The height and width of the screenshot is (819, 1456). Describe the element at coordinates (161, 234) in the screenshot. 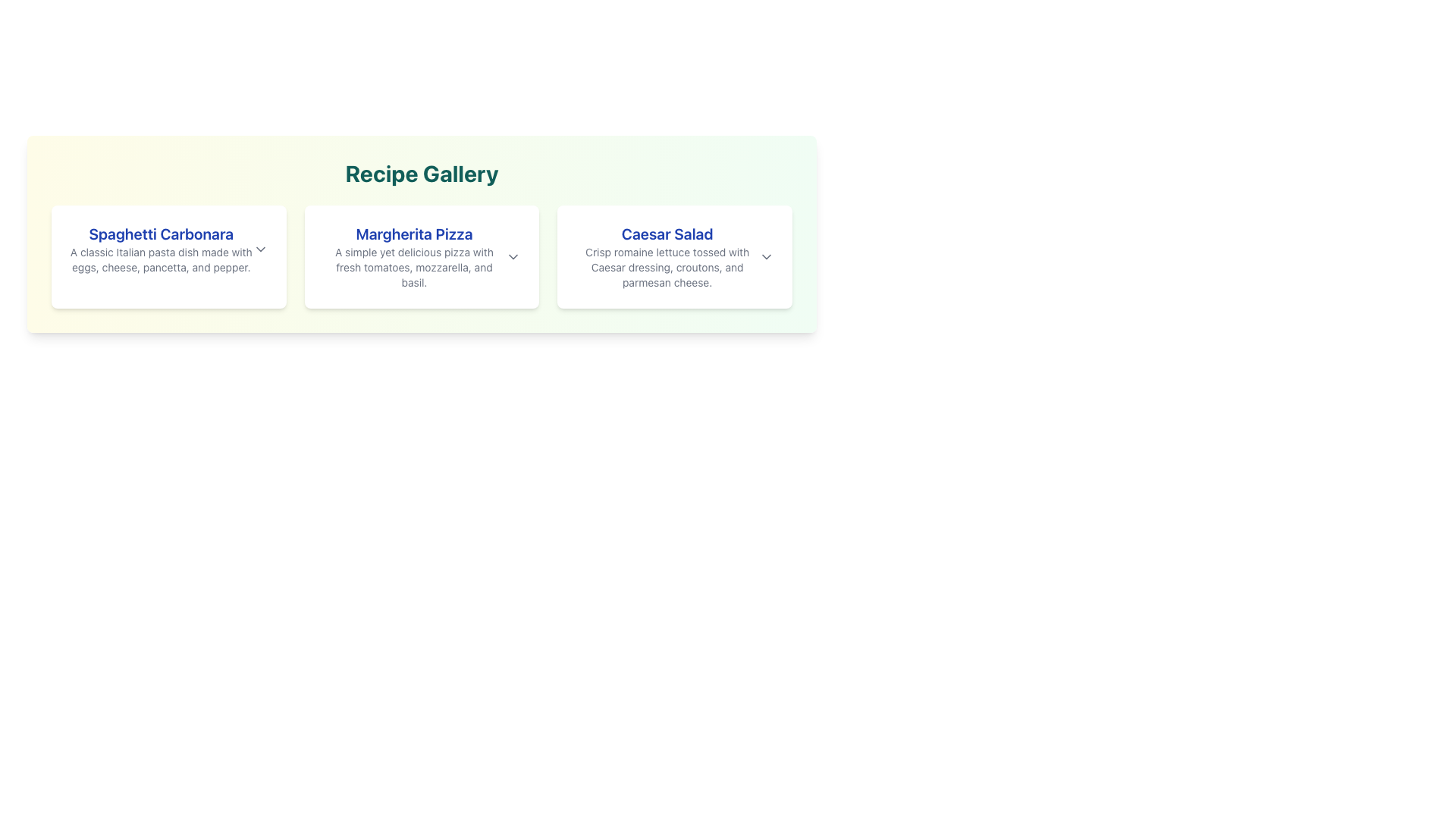

I see `bold blue text 'Spaghetti Carbonara' at the top of the first card in the 'Recipe Gallery' section for information` at that location.